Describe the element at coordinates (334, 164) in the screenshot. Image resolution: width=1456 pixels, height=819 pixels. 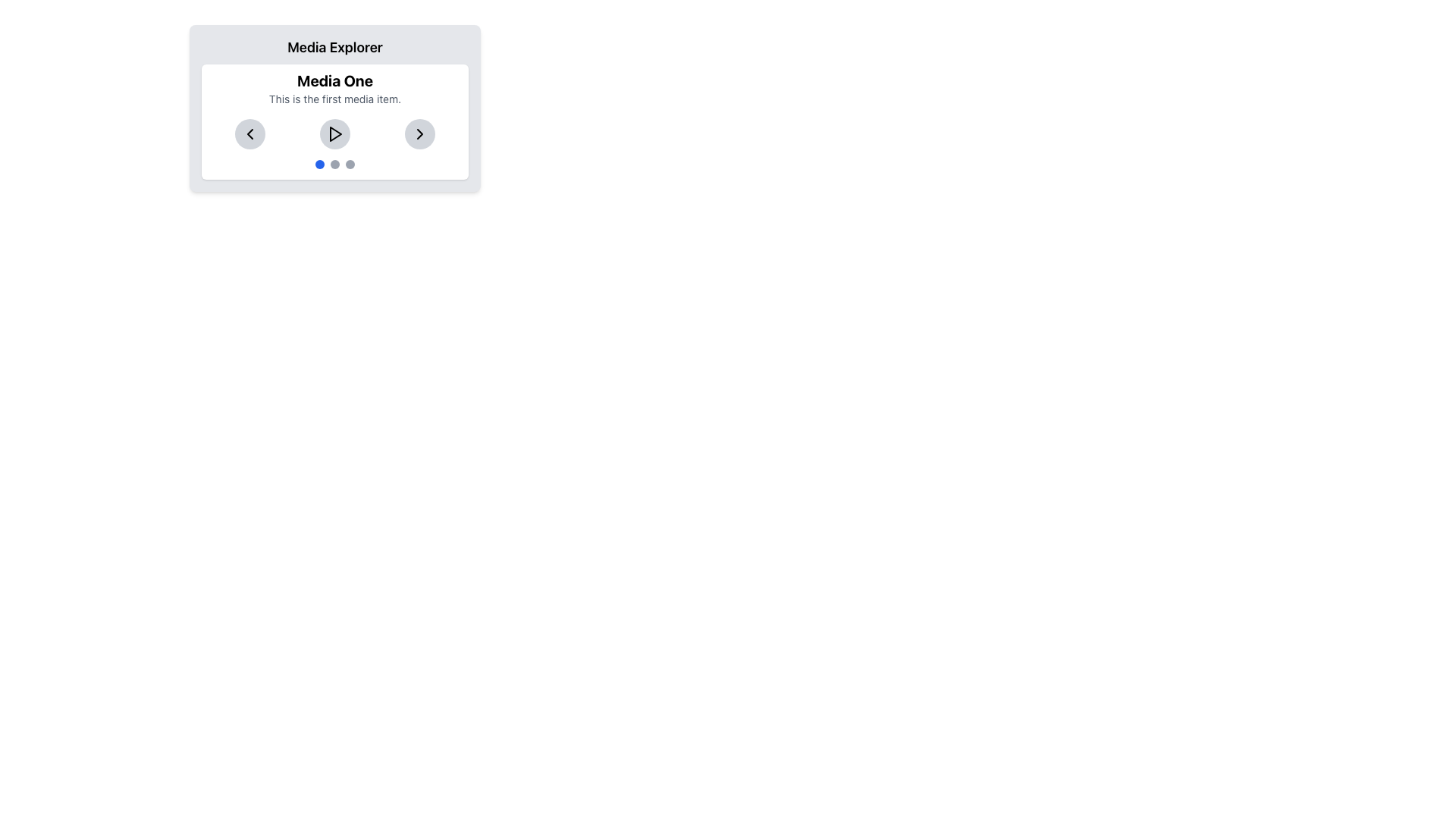
I see `the second round indicator dot with a gray background, located horizontally beneath the media title` at that location.